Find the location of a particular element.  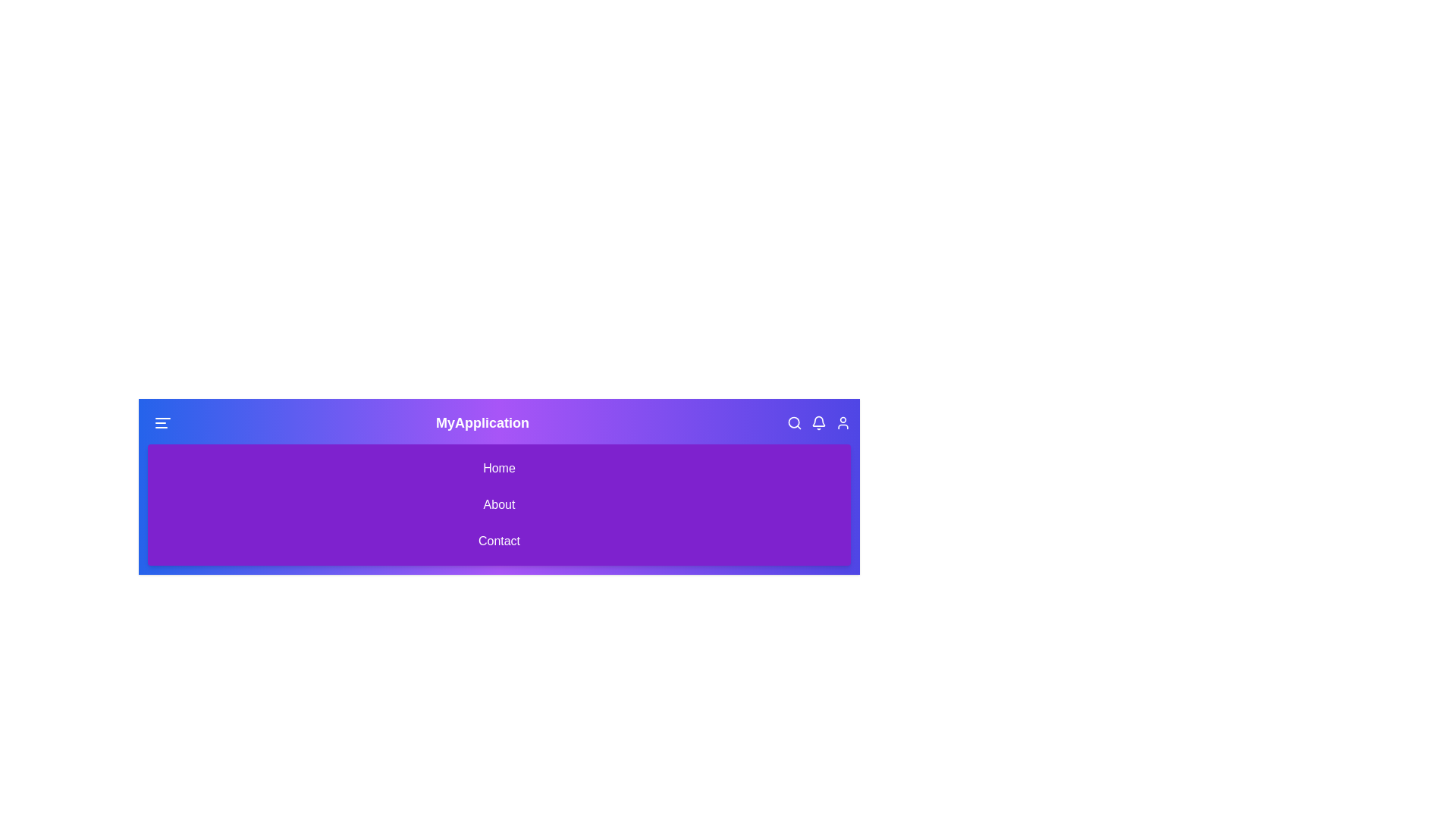

the user icon to access the user profile is located at coordinates (843, 423).